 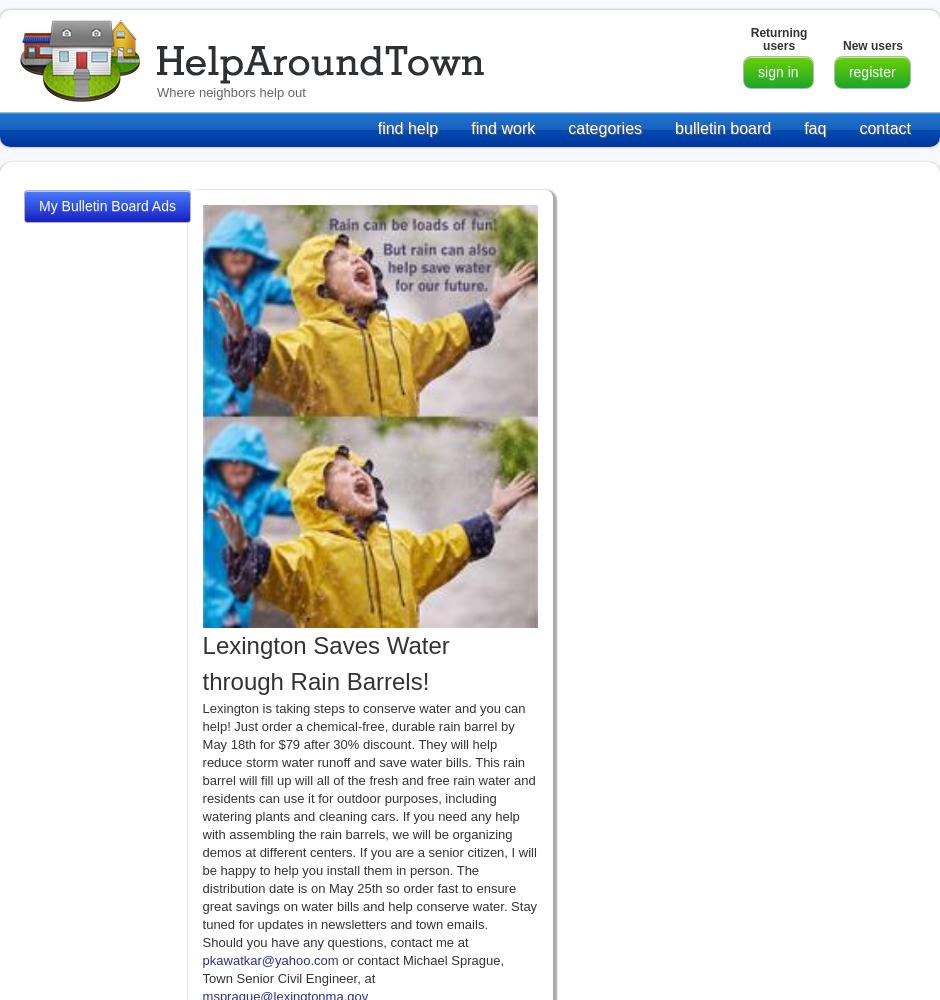 What do you see at coordinates (352, 967) in the screenshot?
I see `'or contact Michael Sprague, Town Senior Civil Engineer, at'` at bounding box center [352, 967].